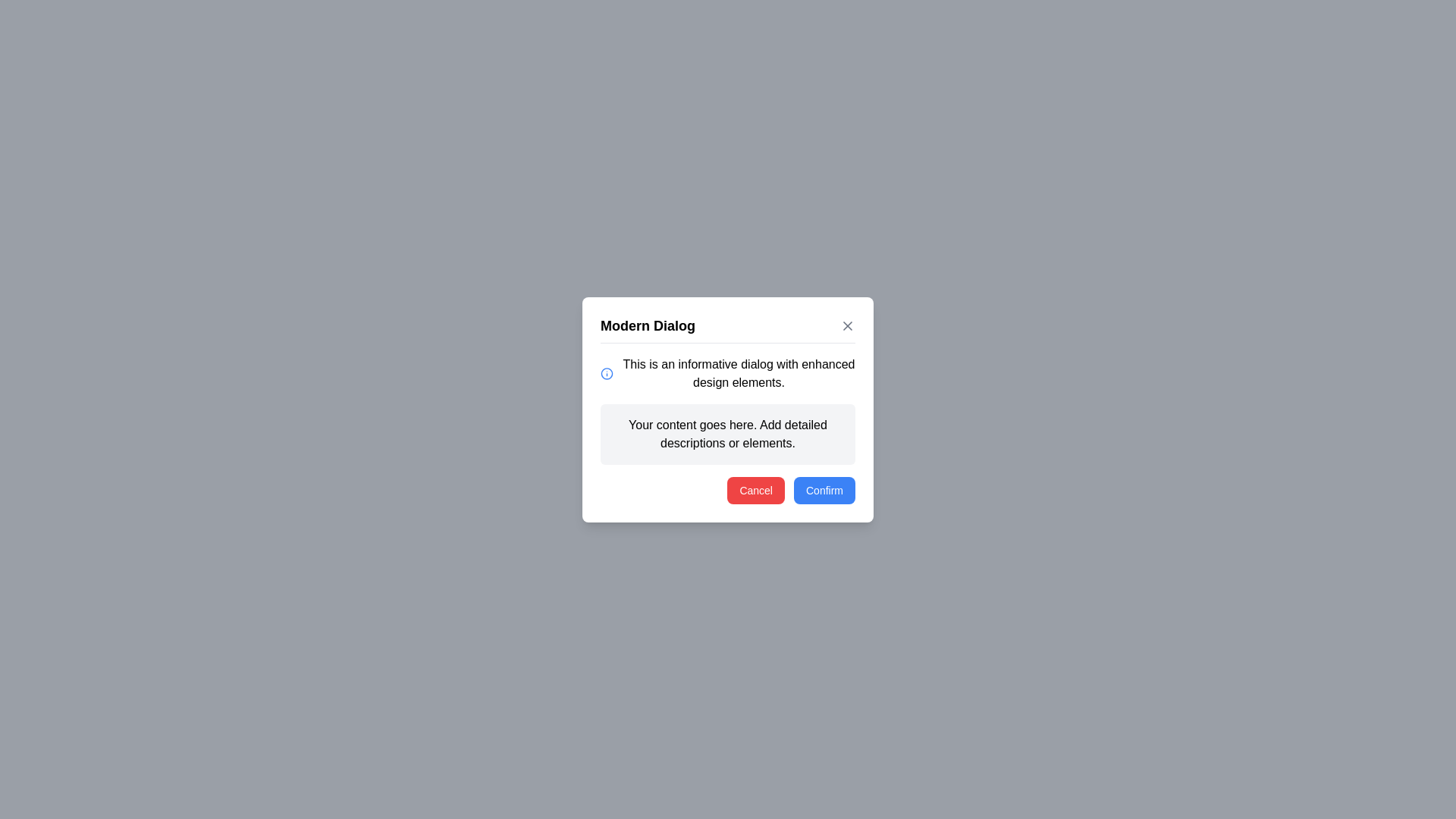 This screenshot has width=1456, height=819. Describe the element at coordinates (728, 434) in the screenshot. I see `the static text label displaying the message 'Your content goes here. Add detailed descriptions or elements.' located in the 'Modern Dialog' dialog box, centered below the description line` at that location.